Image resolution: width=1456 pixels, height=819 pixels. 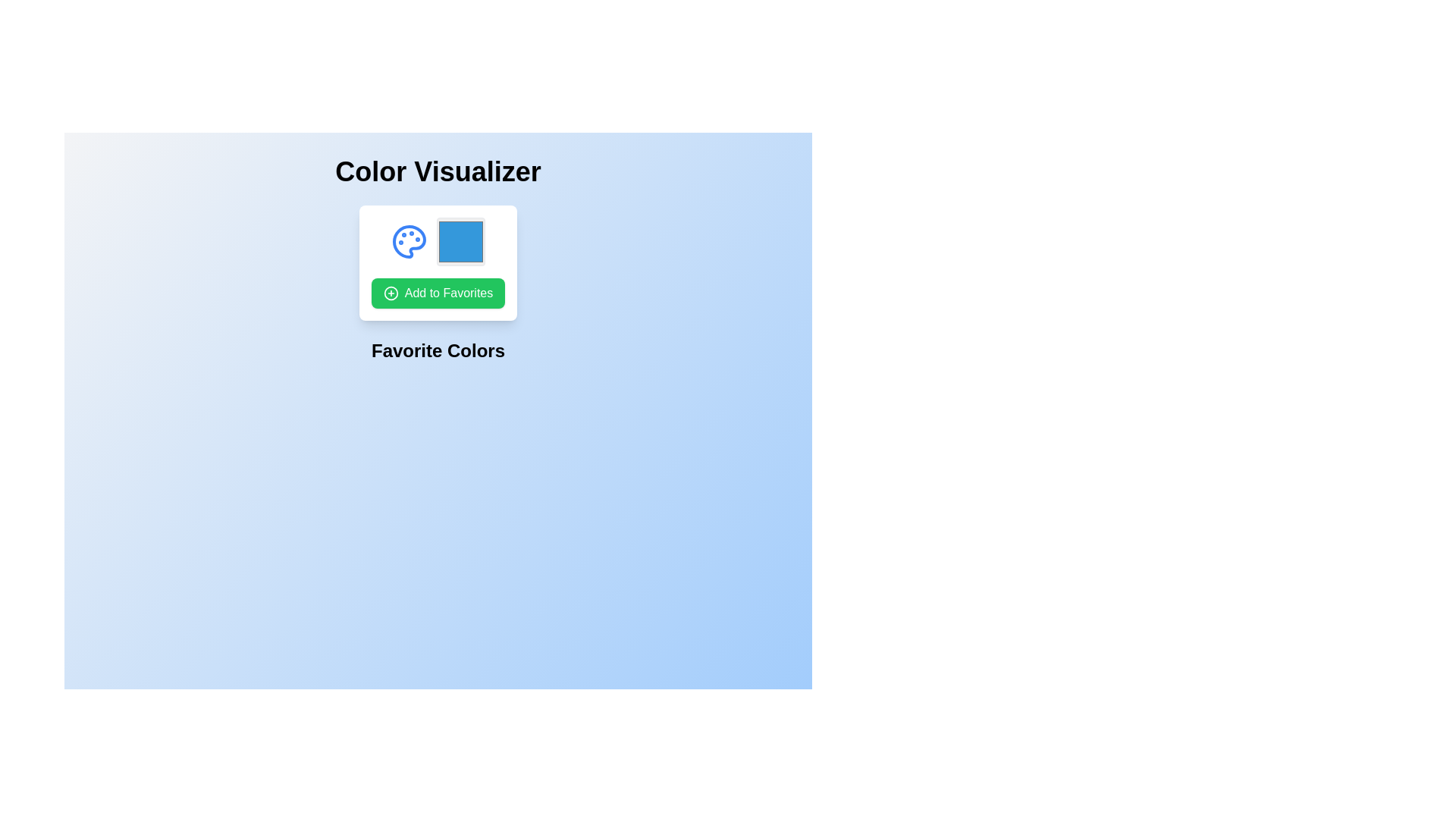 I want to click on the color display box with the color value '#3498db', so click(x=437, y=241).